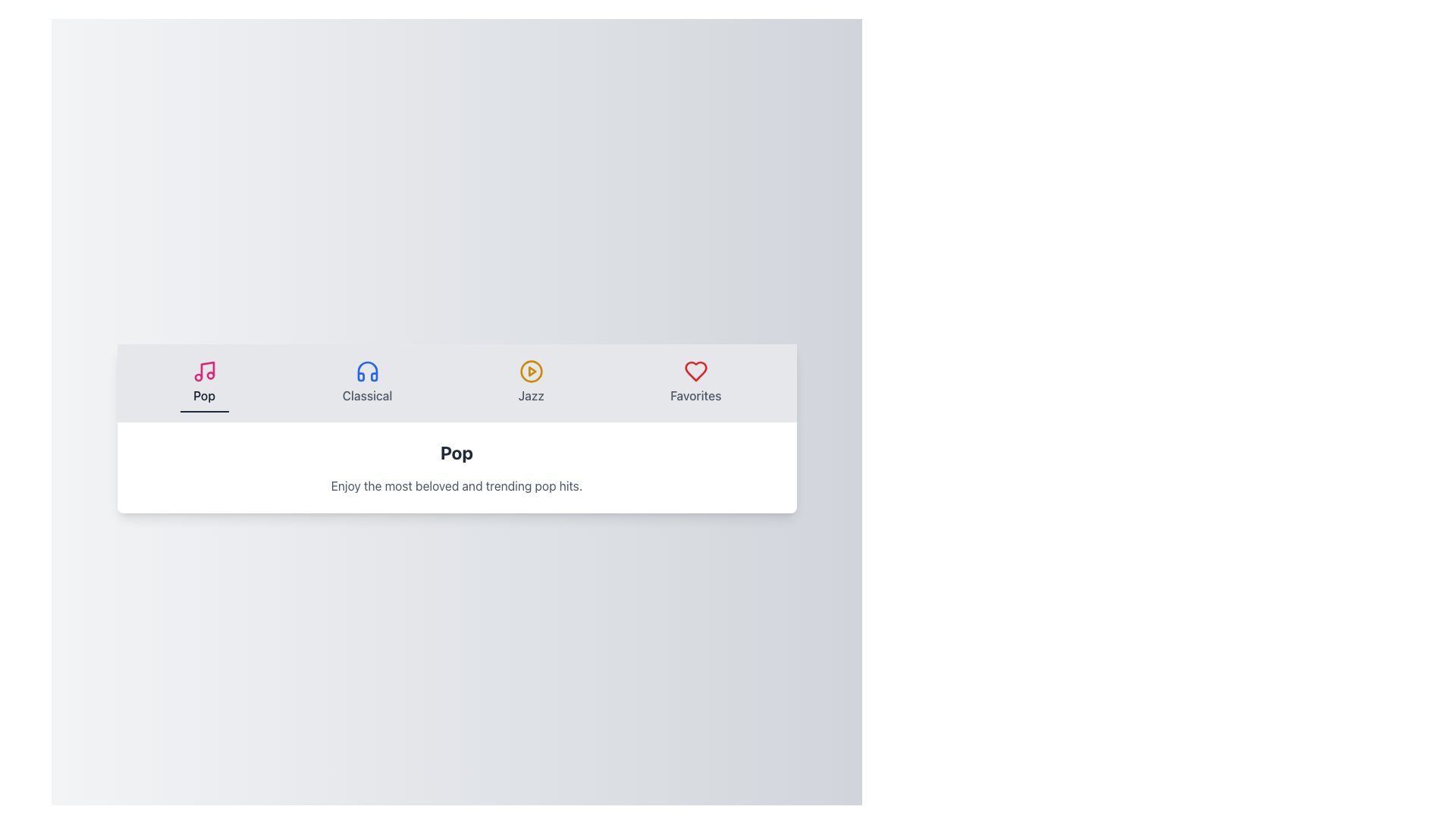 The image size is (1456, 819). What do you see at coordinates (367, 381) in the screenshot?
I see `the 'Classical' button, which is the second tile in the navigation bar, featuring a blue headphones icon and a light gray background` at bounding box center [367, 381].